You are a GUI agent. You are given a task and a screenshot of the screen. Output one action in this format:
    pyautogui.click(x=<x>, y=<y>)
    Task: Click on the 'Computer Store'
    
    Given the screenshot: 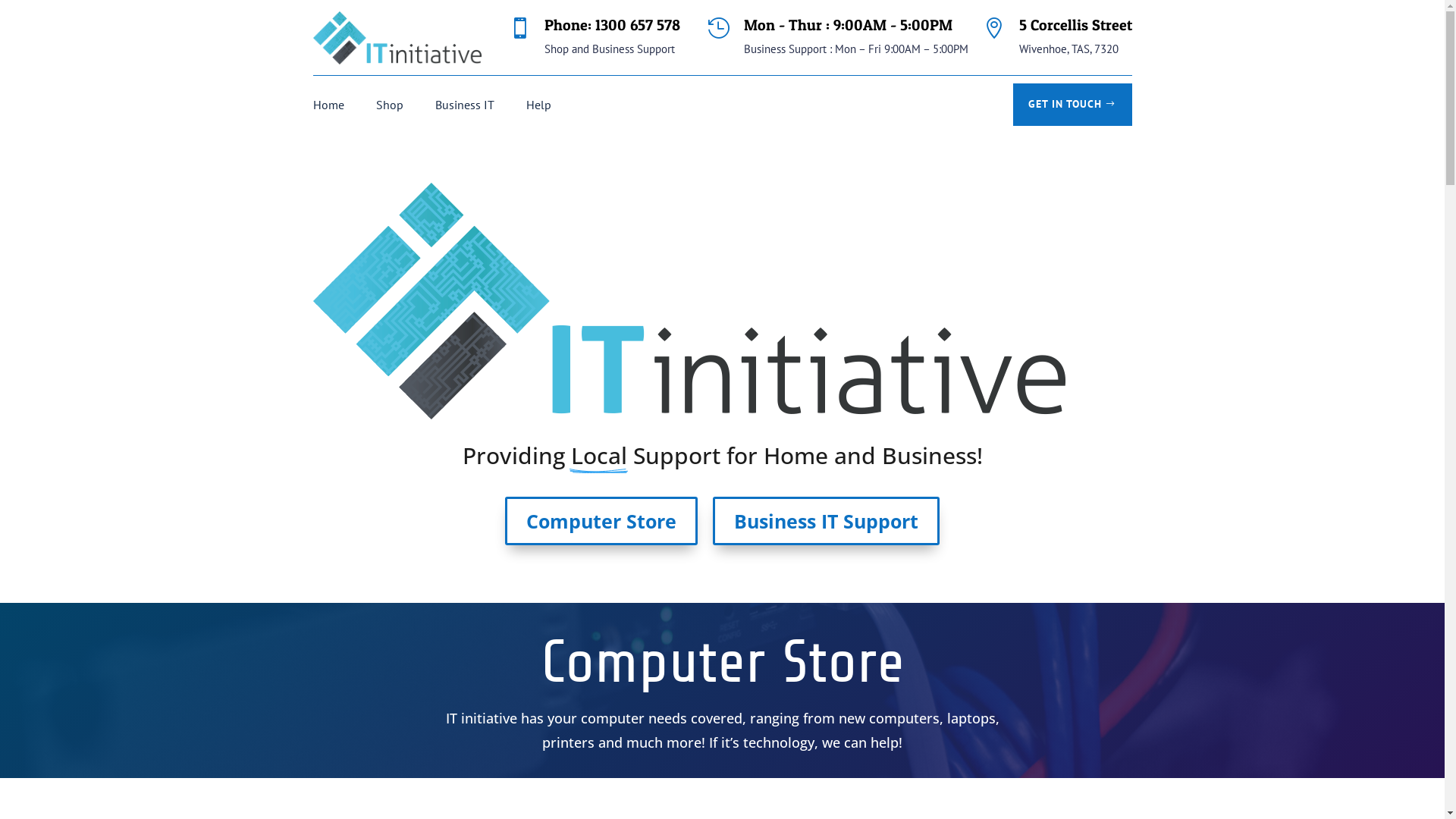 What is the action you would take?
    pyautogui.click(x=600, y=519)
    